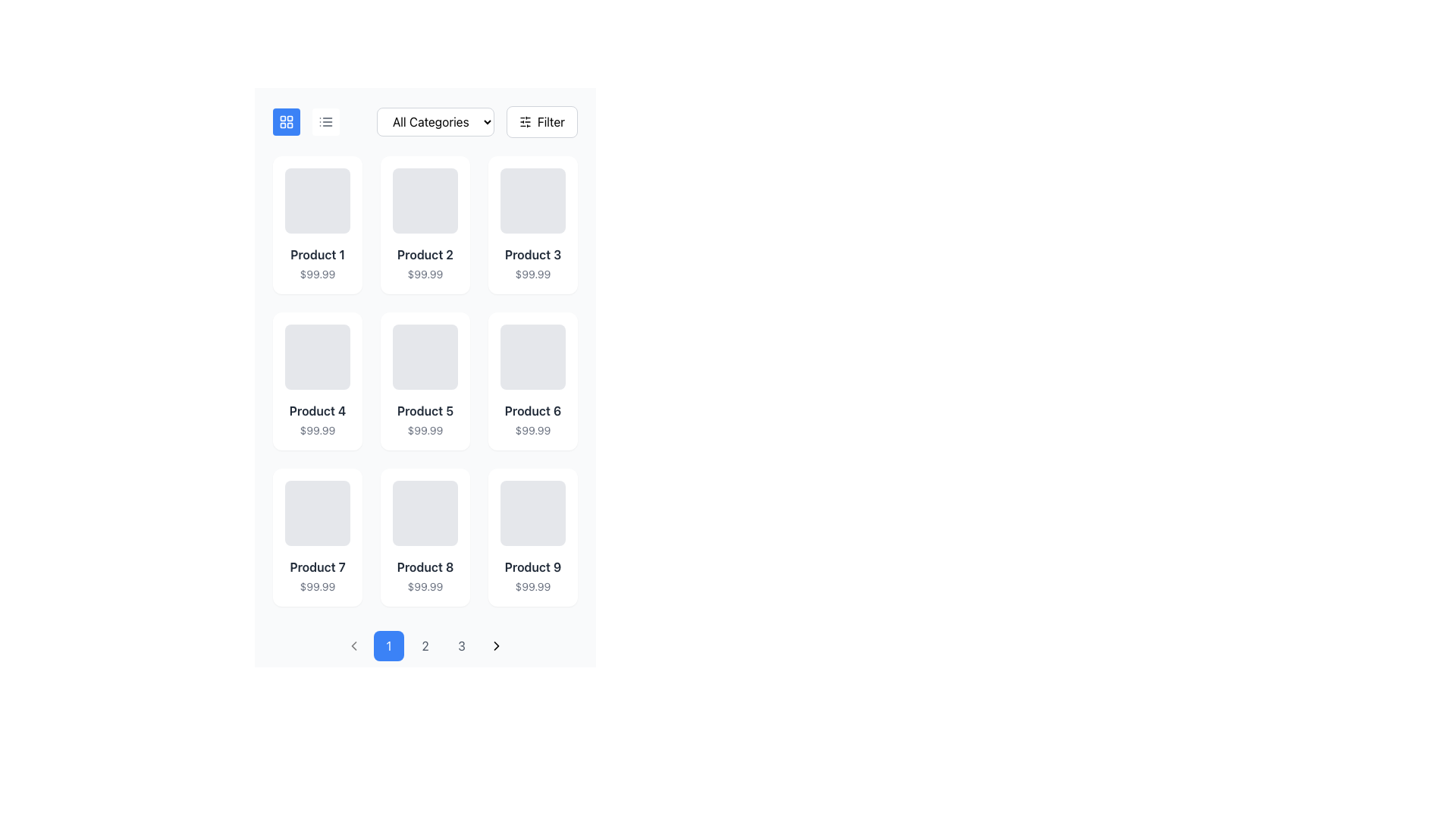 Image resolution: width=1456 pixels, height=819 pixels. Describe the element at coordinates (435, 121) in the screenshot. I see `the category selector dropdown menu located centrally at the top of the page, which reveals a list of options for filtering items` at that location.